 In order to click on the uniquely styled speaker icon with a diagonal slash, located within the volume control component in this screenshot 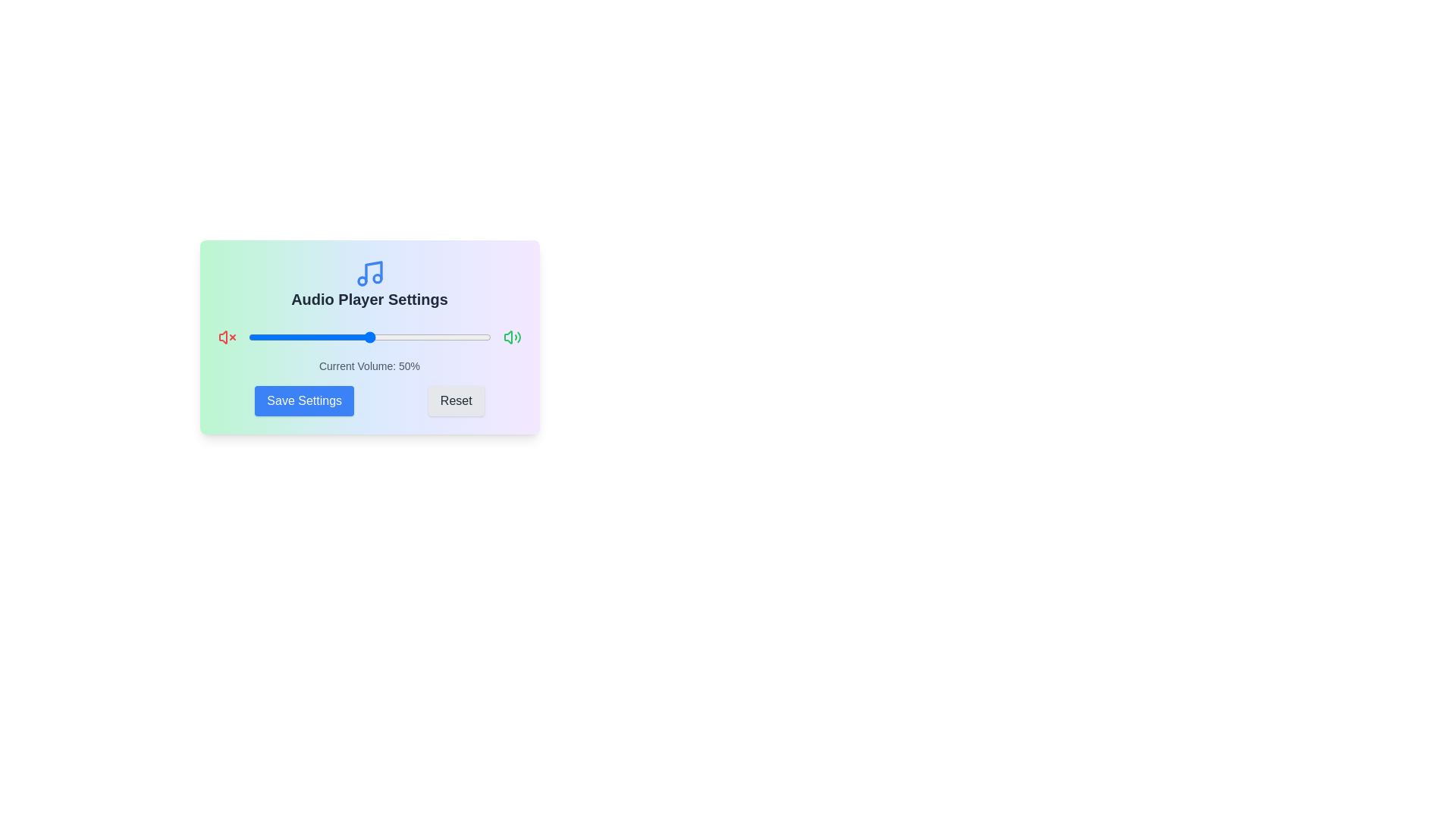, I will do `click(221, 336)`.